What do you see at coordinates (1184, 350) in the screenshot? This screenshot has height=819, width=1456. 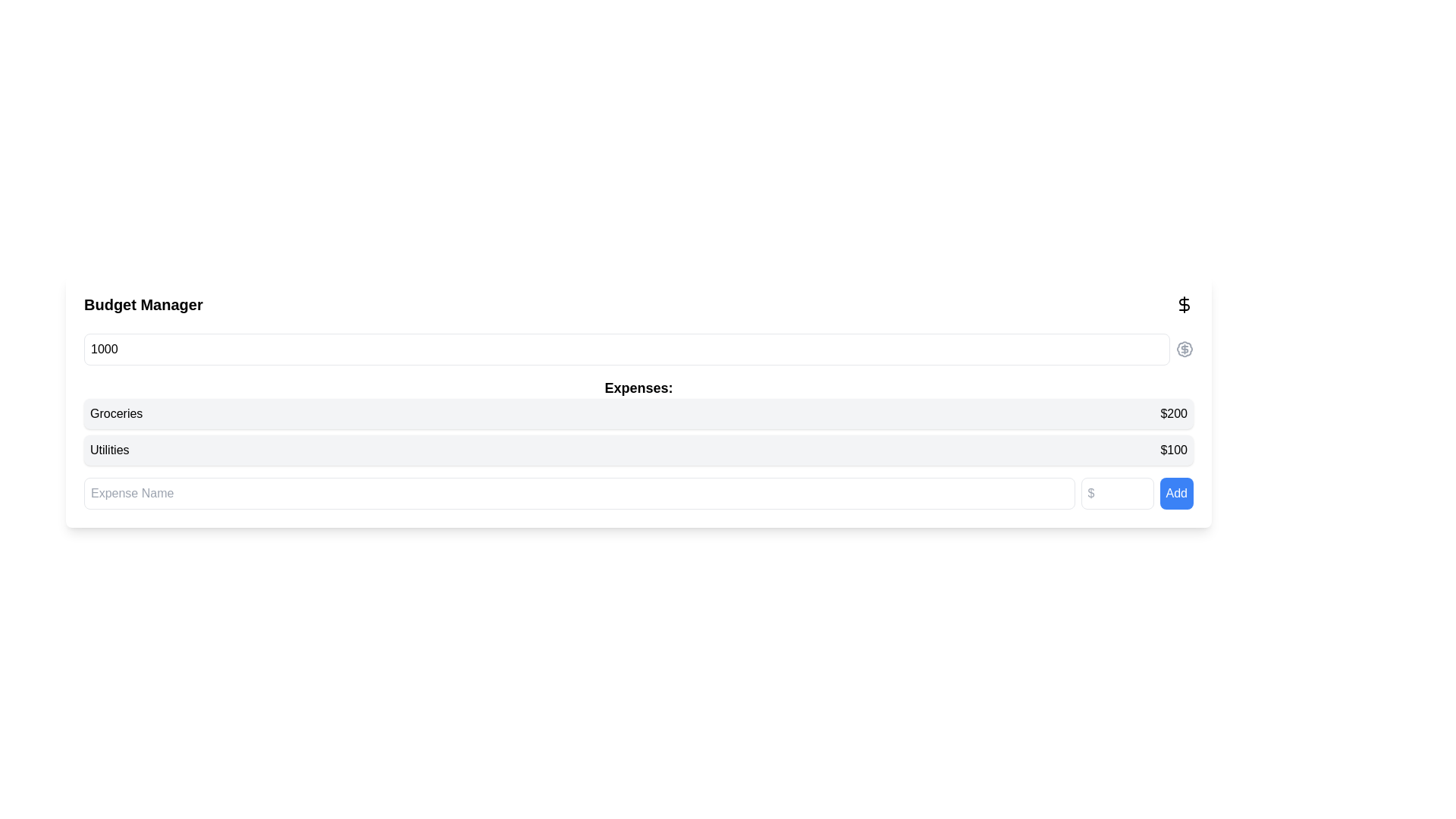 I see `the dollar sign icon surrounded by a circular badge, which is located to the immediate right of the 'Set your budget' text input box` at bounding box center [1184, 350].